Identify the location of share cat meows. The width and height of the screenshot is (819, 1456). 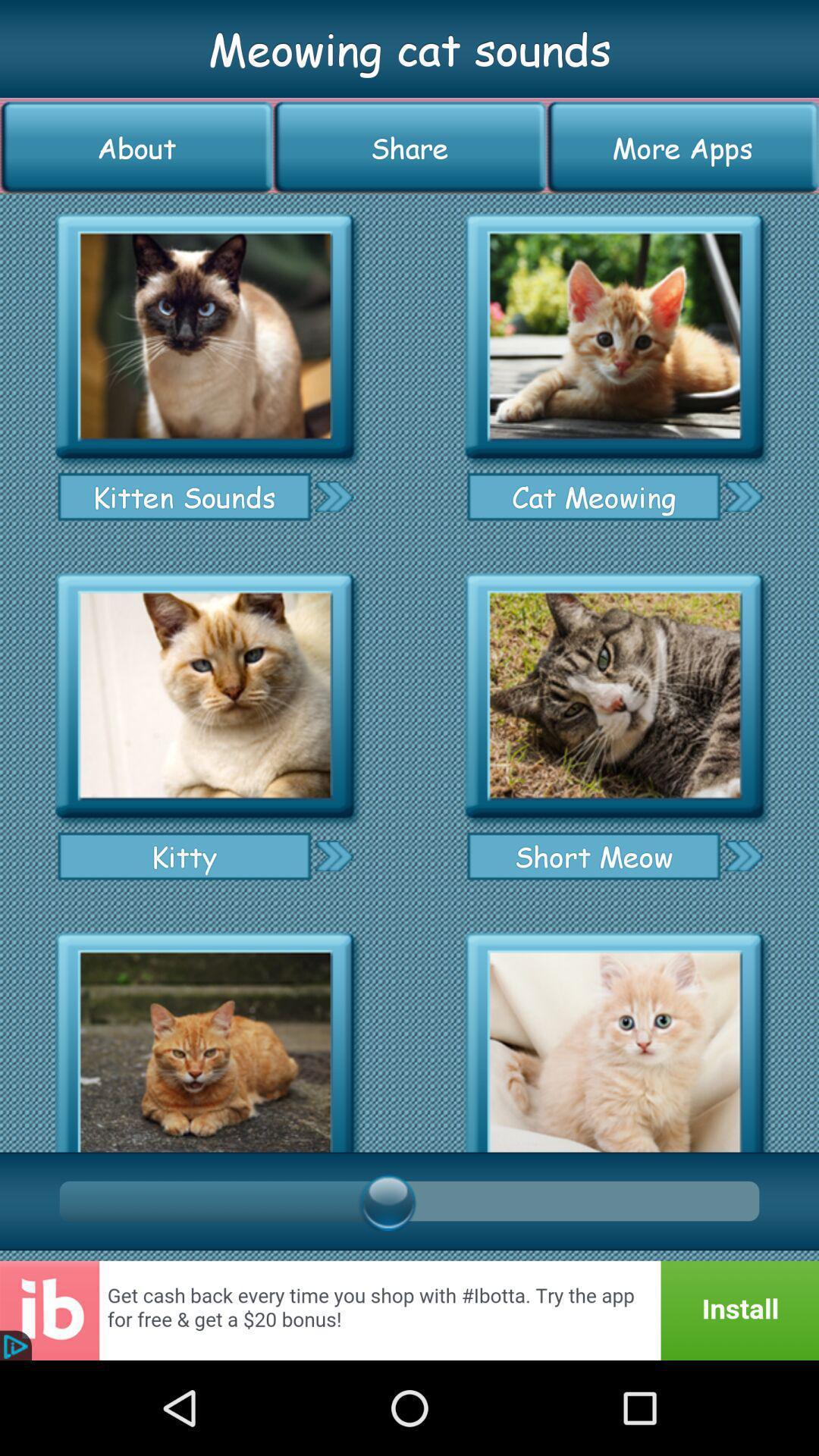
(333, 855).